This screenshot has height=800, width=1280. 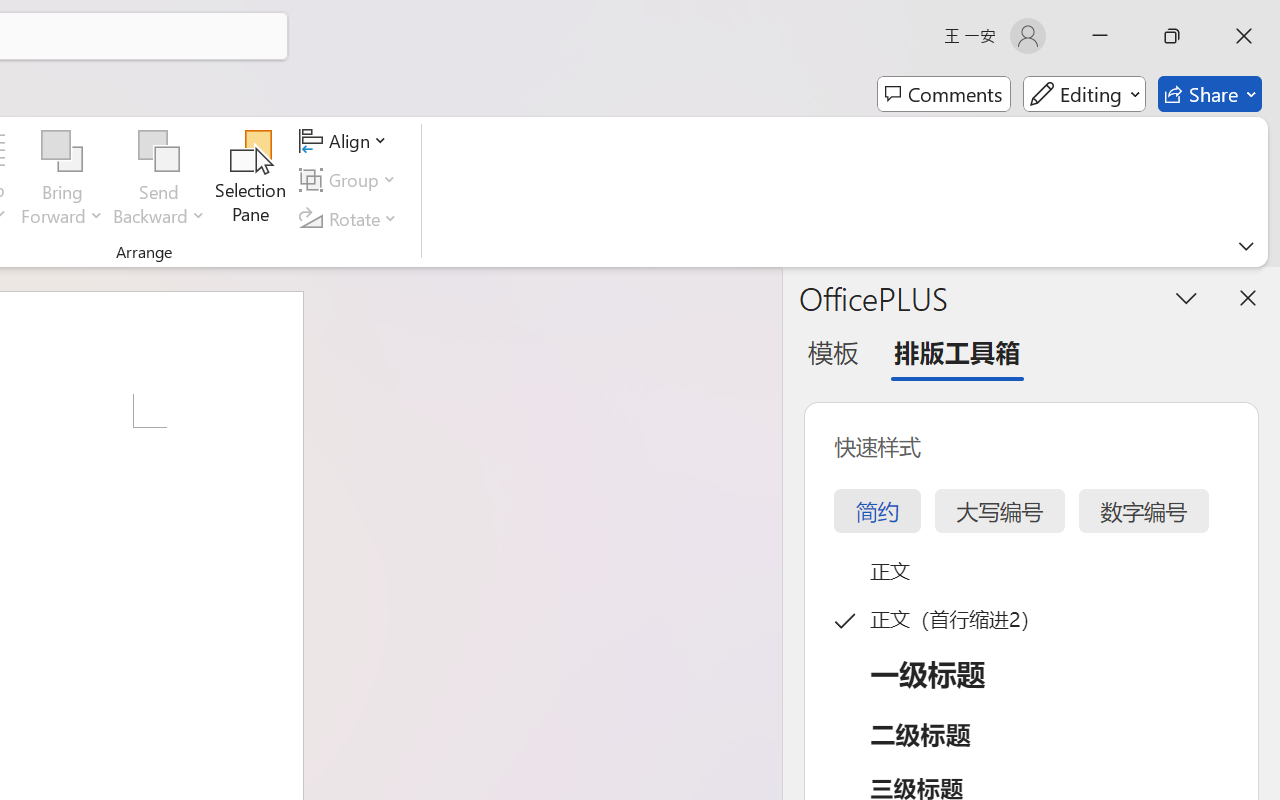 I want to click on 'Send Backward', so click(x=158, y=179).